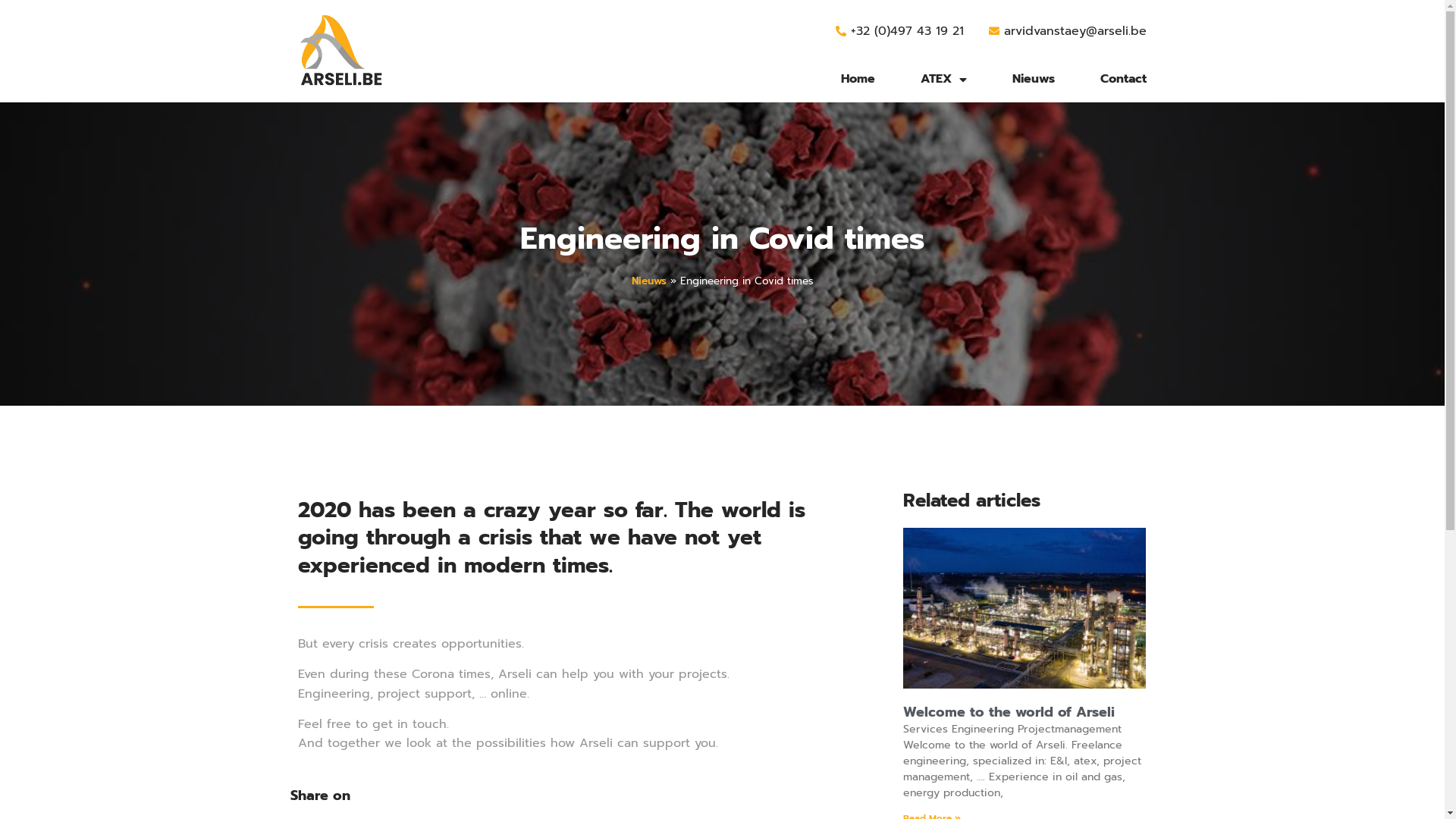  I want to click on 'ATEX', so click(943, 79).